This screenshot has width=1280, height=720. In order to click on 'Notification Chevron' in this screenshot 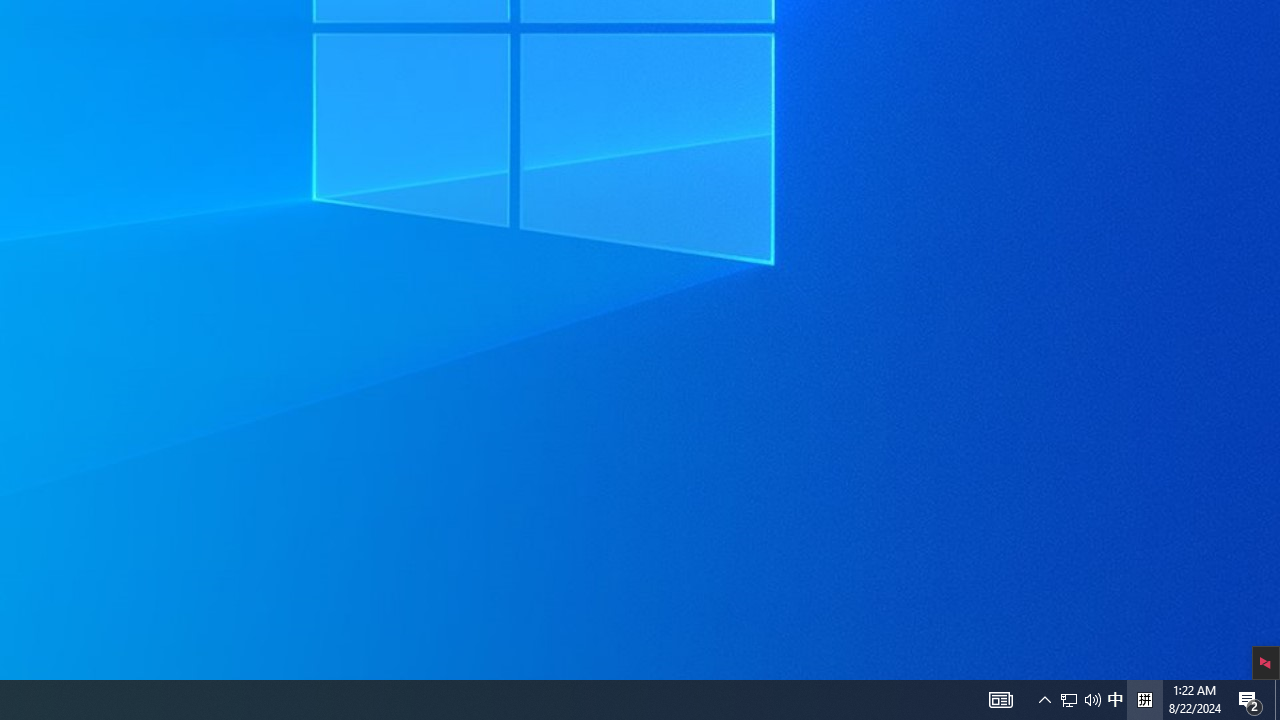, I will do `click(1044, 698)`.